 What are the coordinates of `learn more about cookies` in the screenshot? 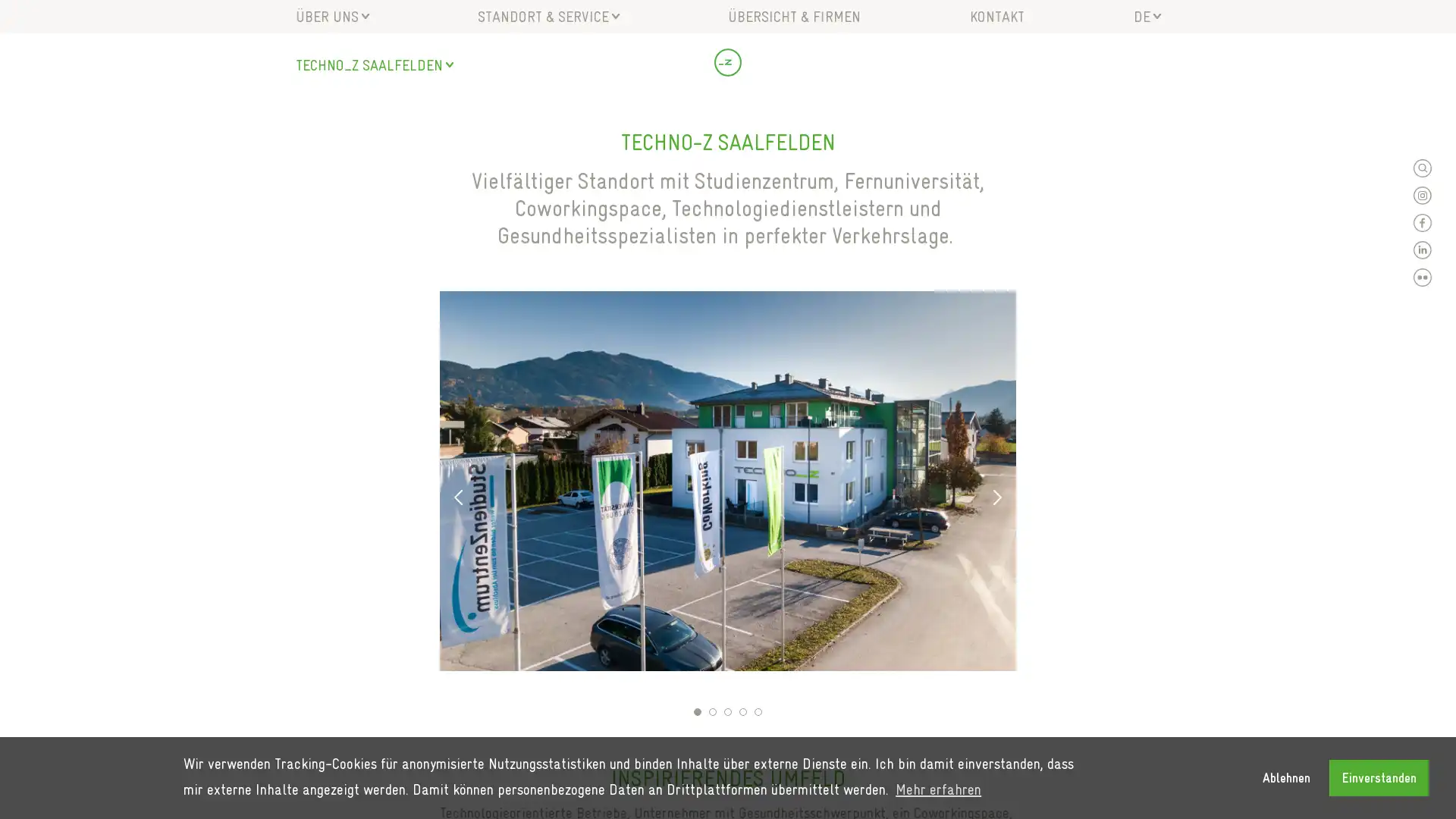 It's located at (937, 789).